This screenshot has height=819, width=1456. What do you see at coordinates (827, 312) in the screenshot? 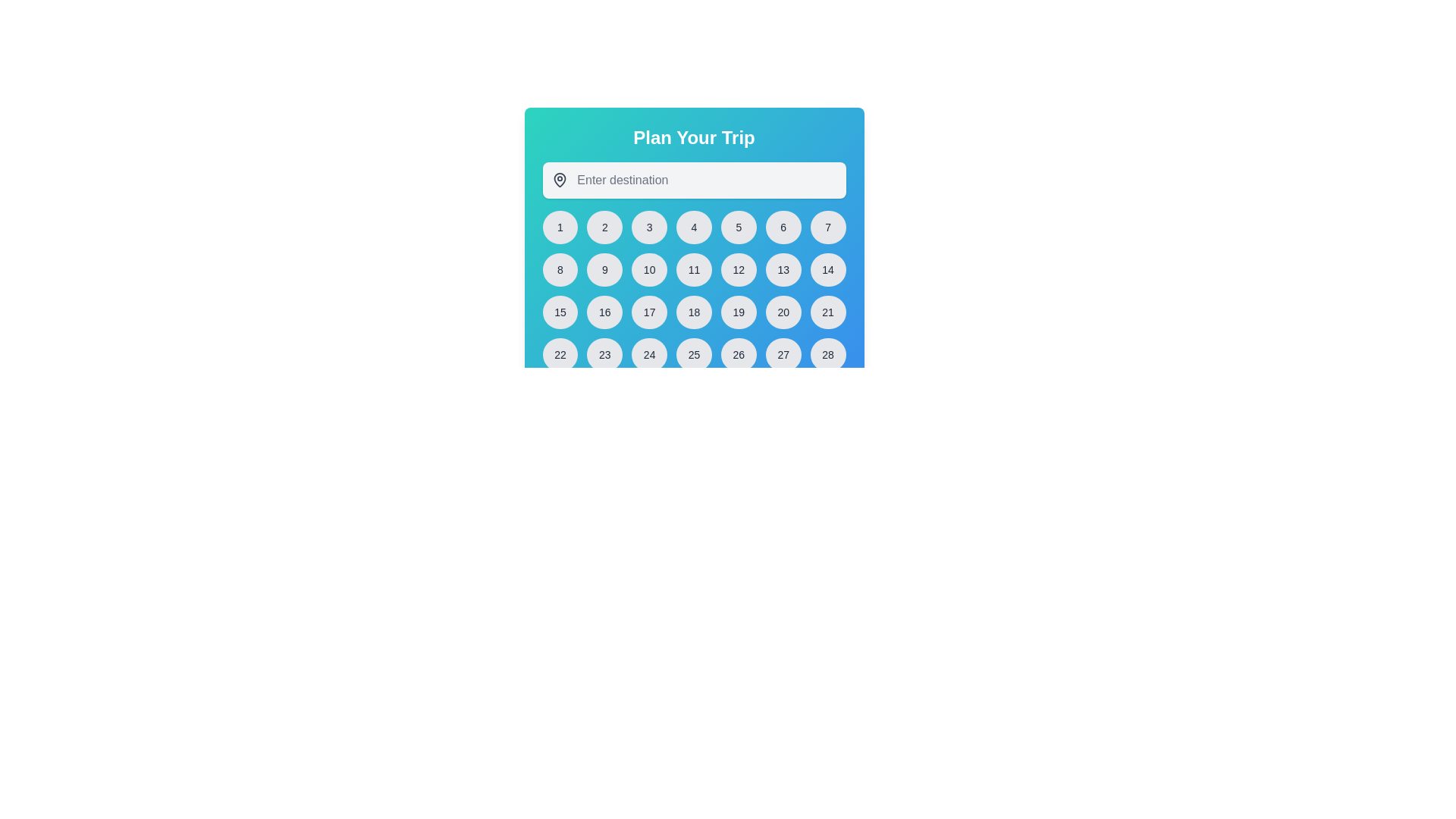
I see `the circular button labeled '21' with a light gray background` at bounding box center [827, 312].